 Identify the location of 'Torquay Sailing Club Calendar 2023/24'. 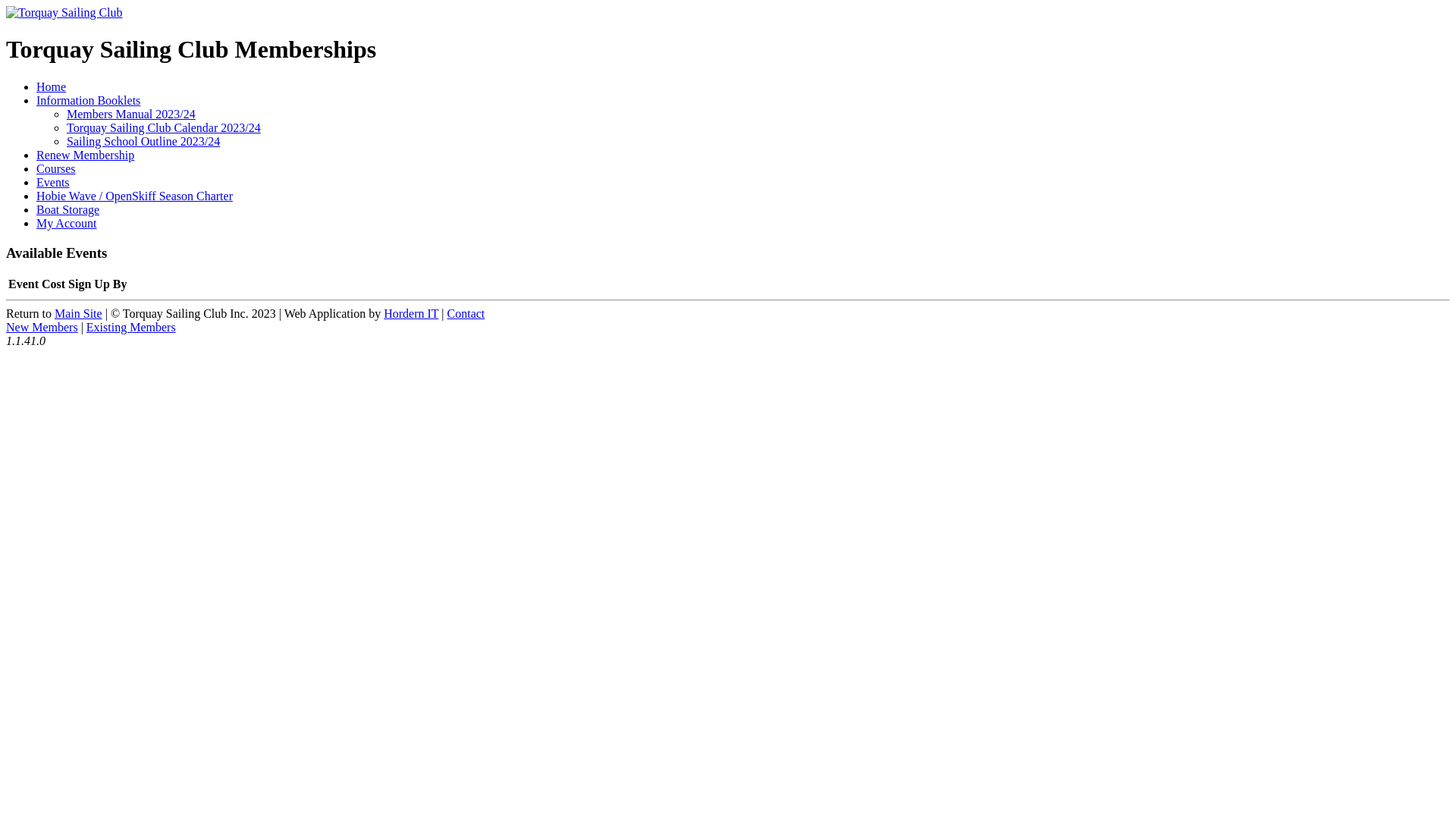
(164, 127).